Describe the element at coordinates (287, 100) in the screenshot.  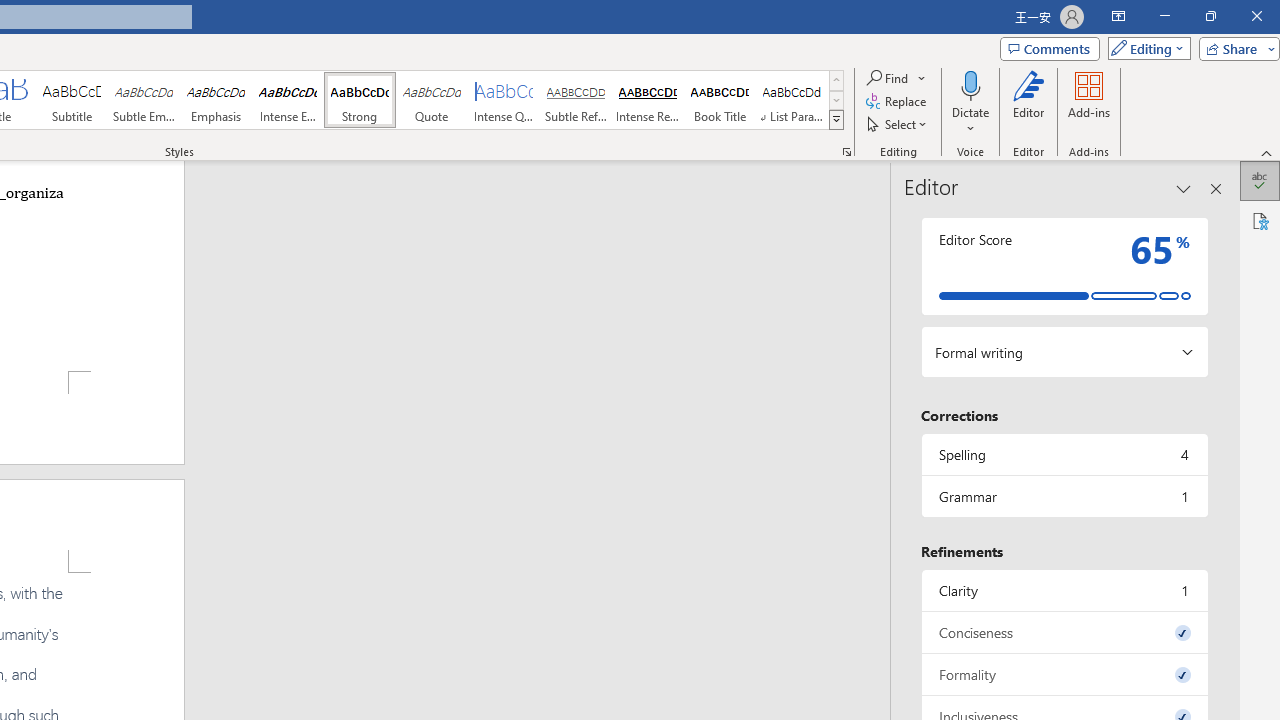
I see `'Intense Emphasis'` at that location.